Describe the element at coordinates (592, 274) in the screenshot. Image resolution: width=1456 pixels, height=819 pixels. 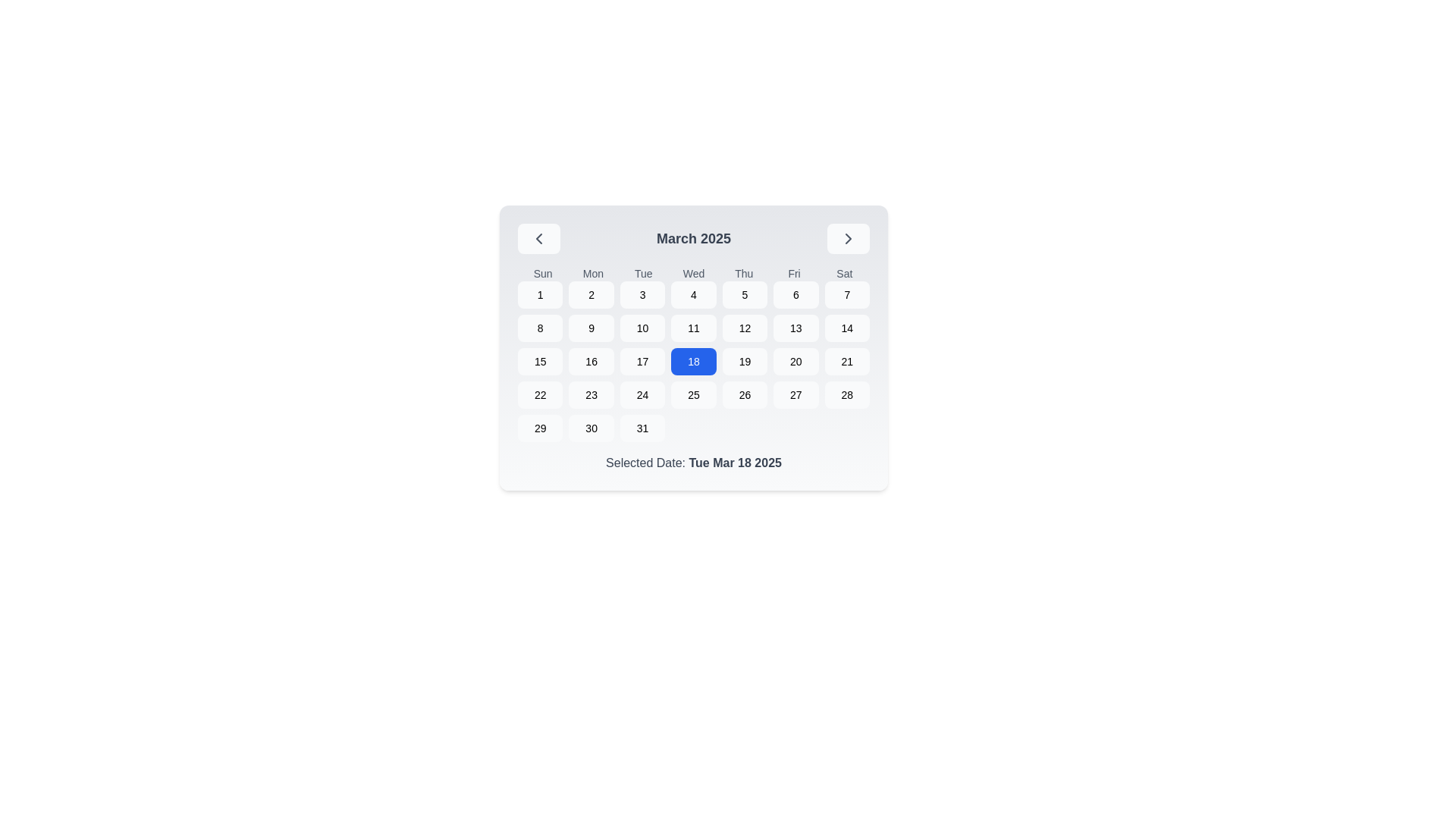
I see `the text label 'Mon' which is the second item in the row of day labels at the top of the calendar interface` at that location.